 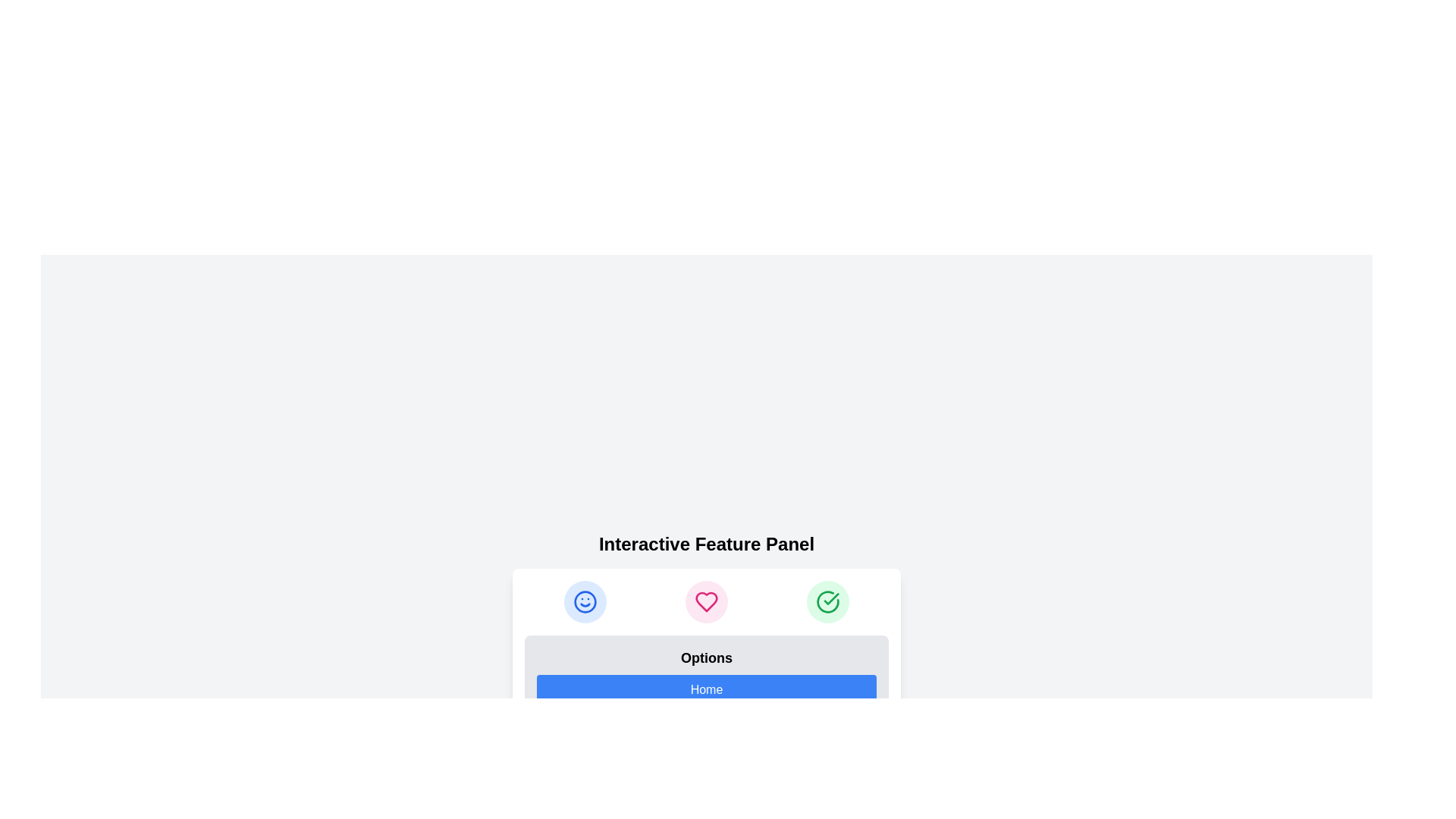 What do you see at coordinates (705, 601) in the screenshot?
I see `the pink heart-shaped icon, which is the middle icon in a row of three at the top section of the panel` at bounding box center [705, 601].